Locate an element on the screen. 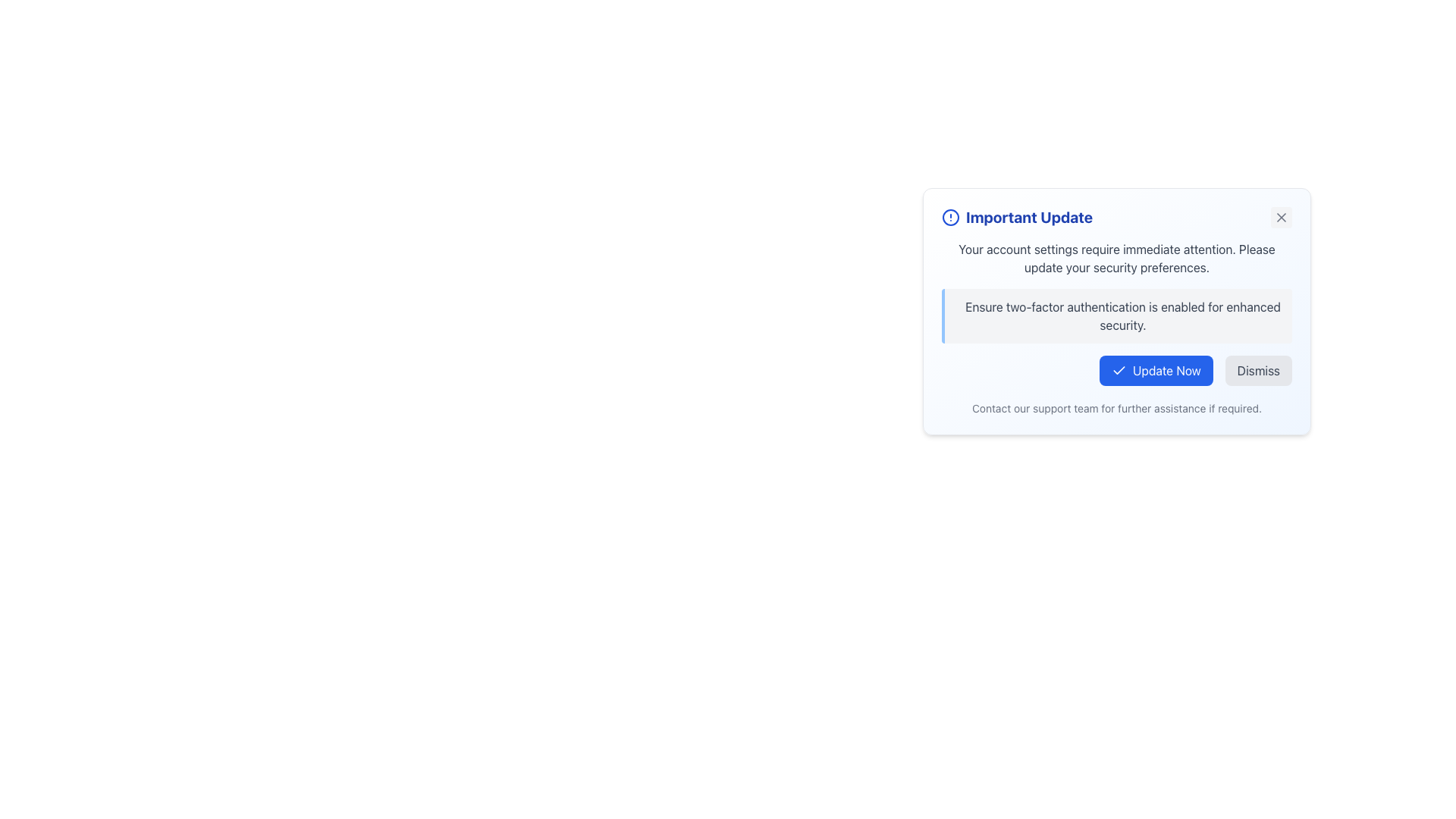 The height and width of the screenshot is (819, 1456). the 'Update Now' button located in the bottom-right section of the modal dialog box is located at coordinates (1155, 371).